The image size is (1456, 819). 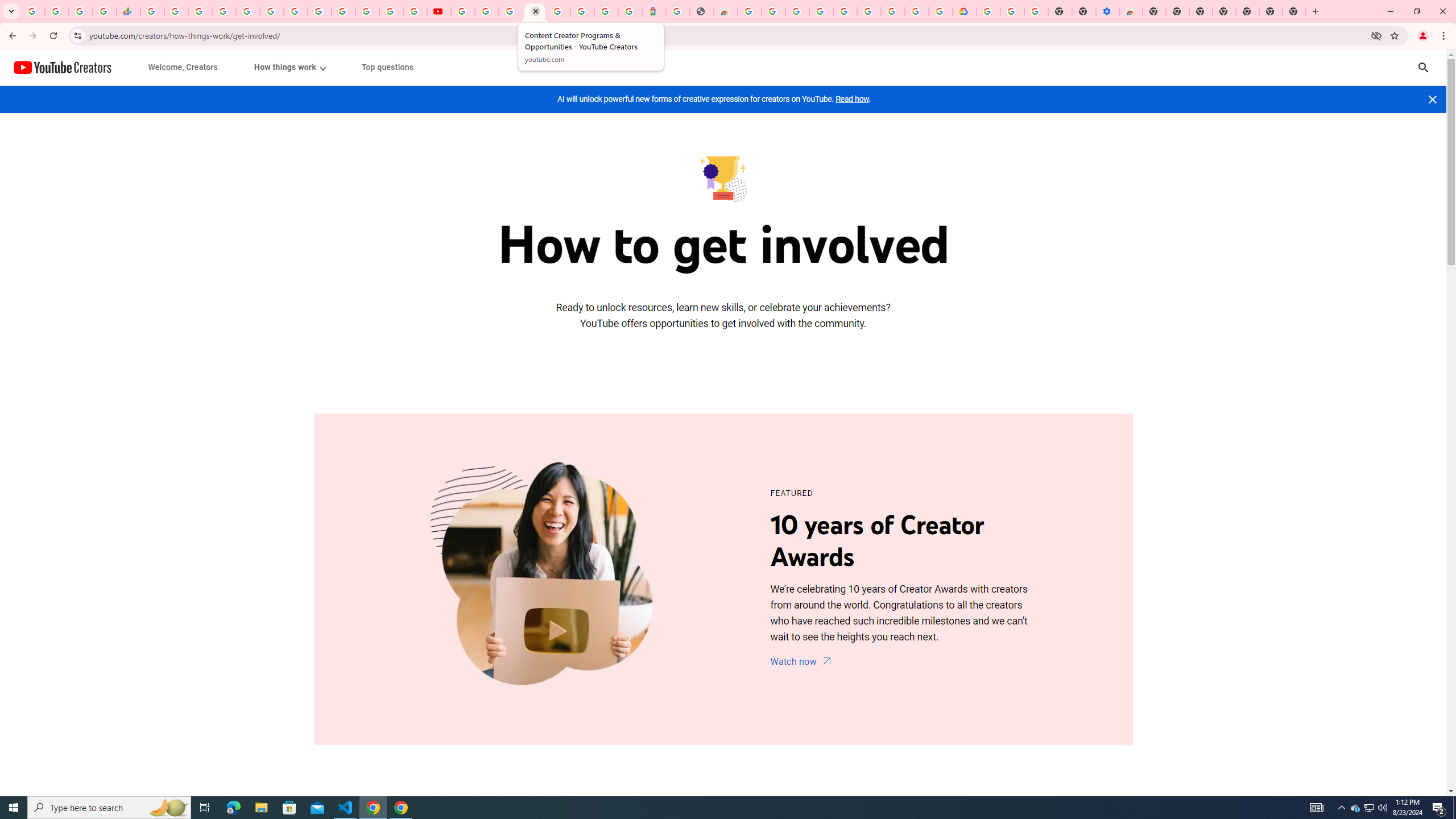 What do you see at coordinates (63, 67) in the screenshot?
I see `'YouTube Creators'` at bounding box center [63, 67].